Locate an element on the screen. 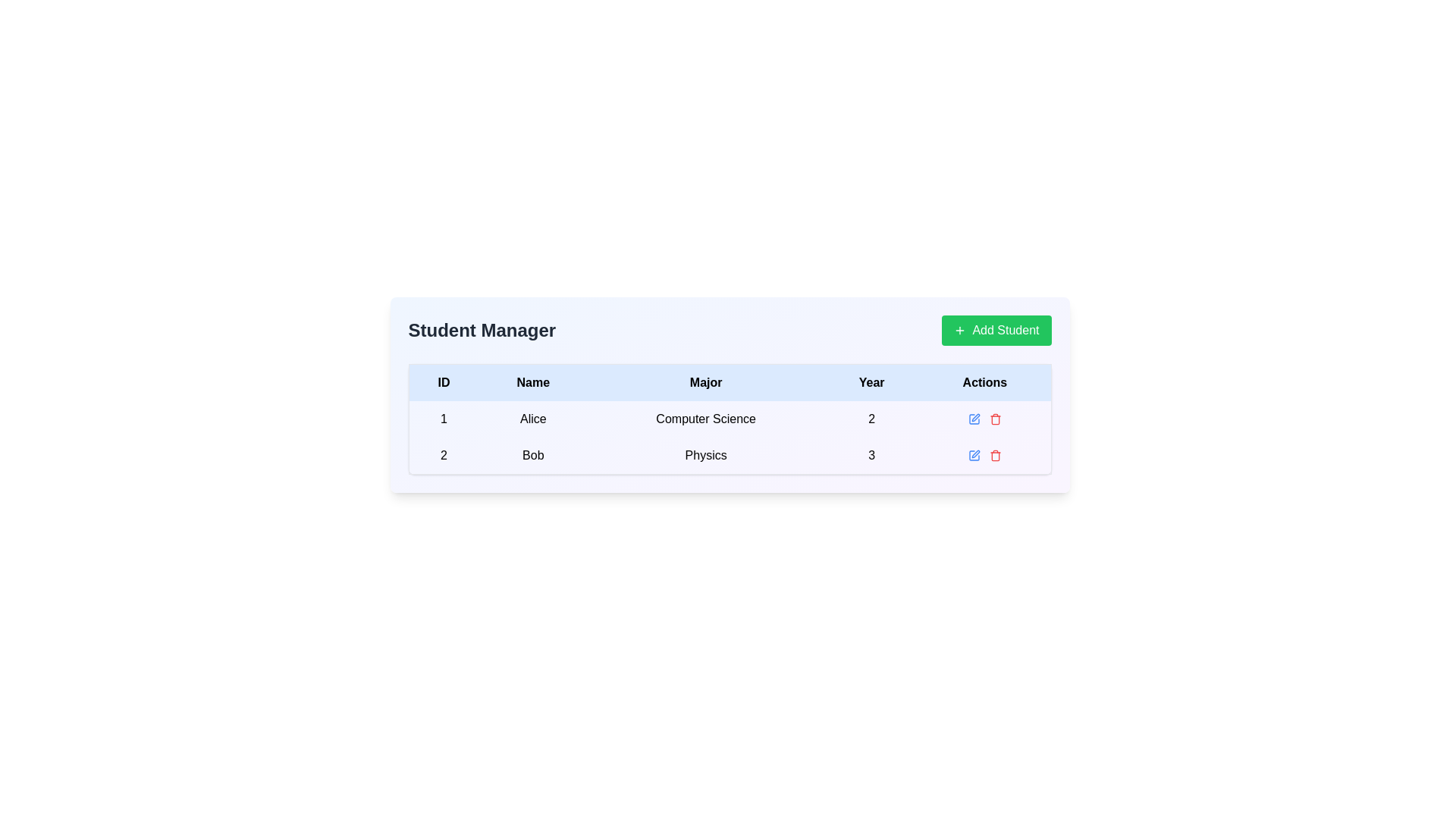 The width and height of the screenshot is (1456, 819). the 'Actions' text label, which is the rightmost column header in the table containing 'ID', 'Name', 'Major', 'Year', and 'Actions' is located at coordinates (985, 381).